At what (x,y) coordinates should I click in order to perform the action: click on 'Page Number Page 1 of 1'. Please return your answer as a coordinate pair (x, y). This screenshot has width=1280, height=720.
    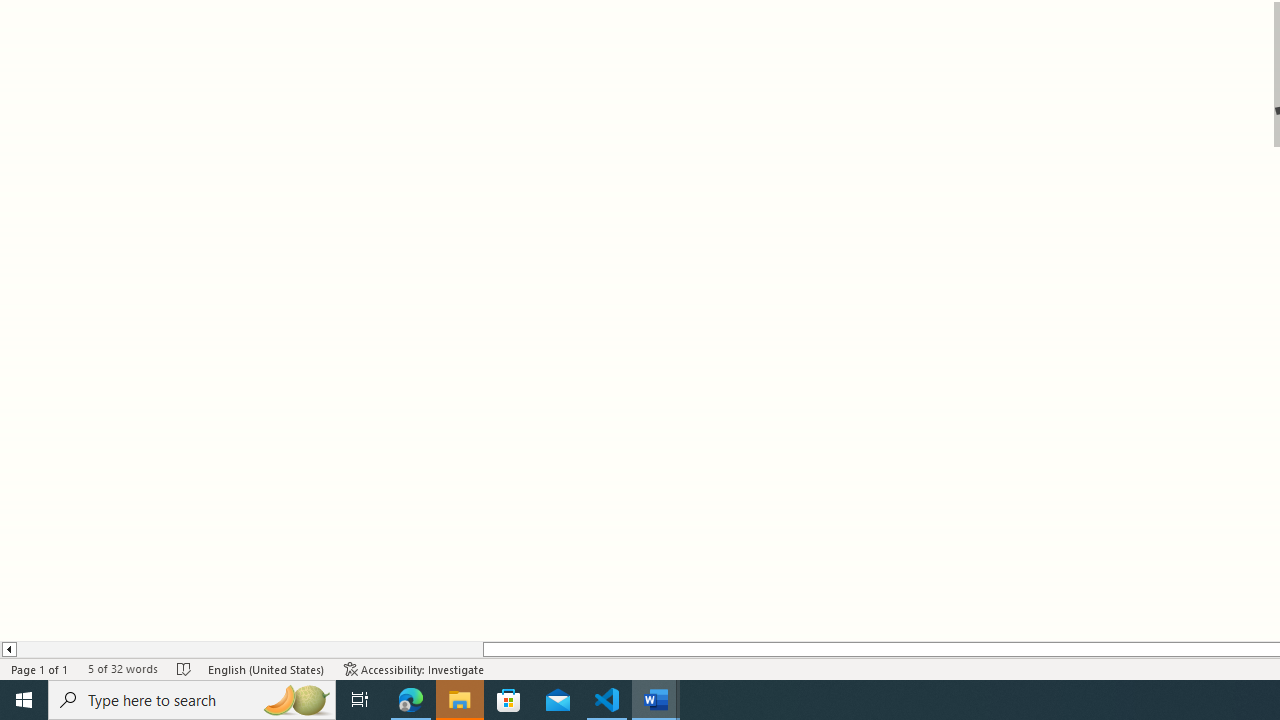
    Looking at the image, I should click on (40, 669).